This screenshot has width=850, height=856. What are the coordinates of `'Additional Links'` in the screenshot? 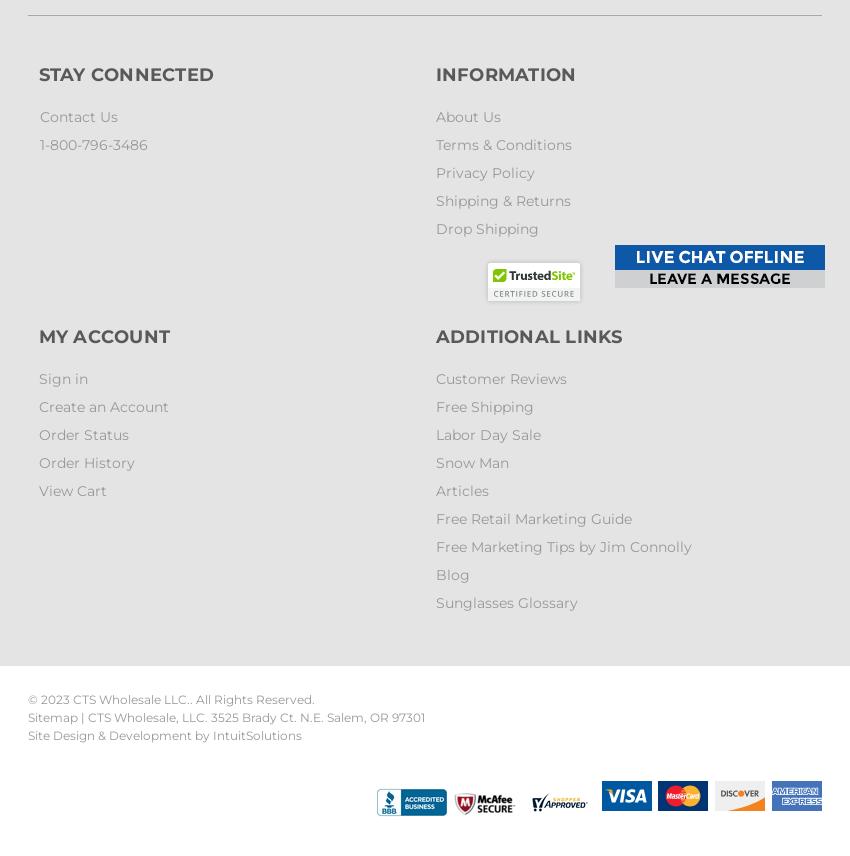 It's located at (527, 336).